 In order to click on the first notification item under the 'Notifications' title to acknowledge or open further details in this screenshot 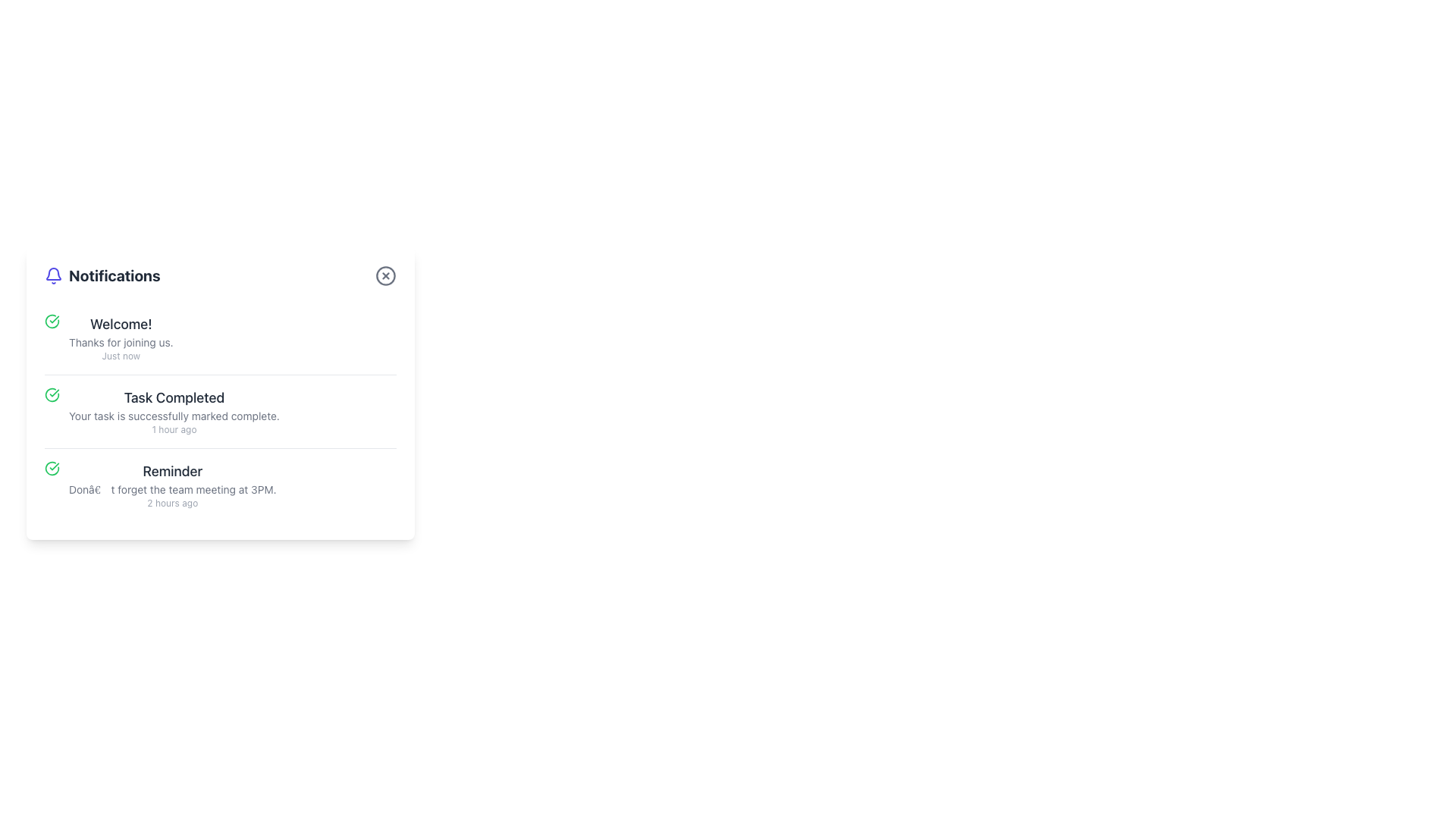, I will do `click(220, 337)`.